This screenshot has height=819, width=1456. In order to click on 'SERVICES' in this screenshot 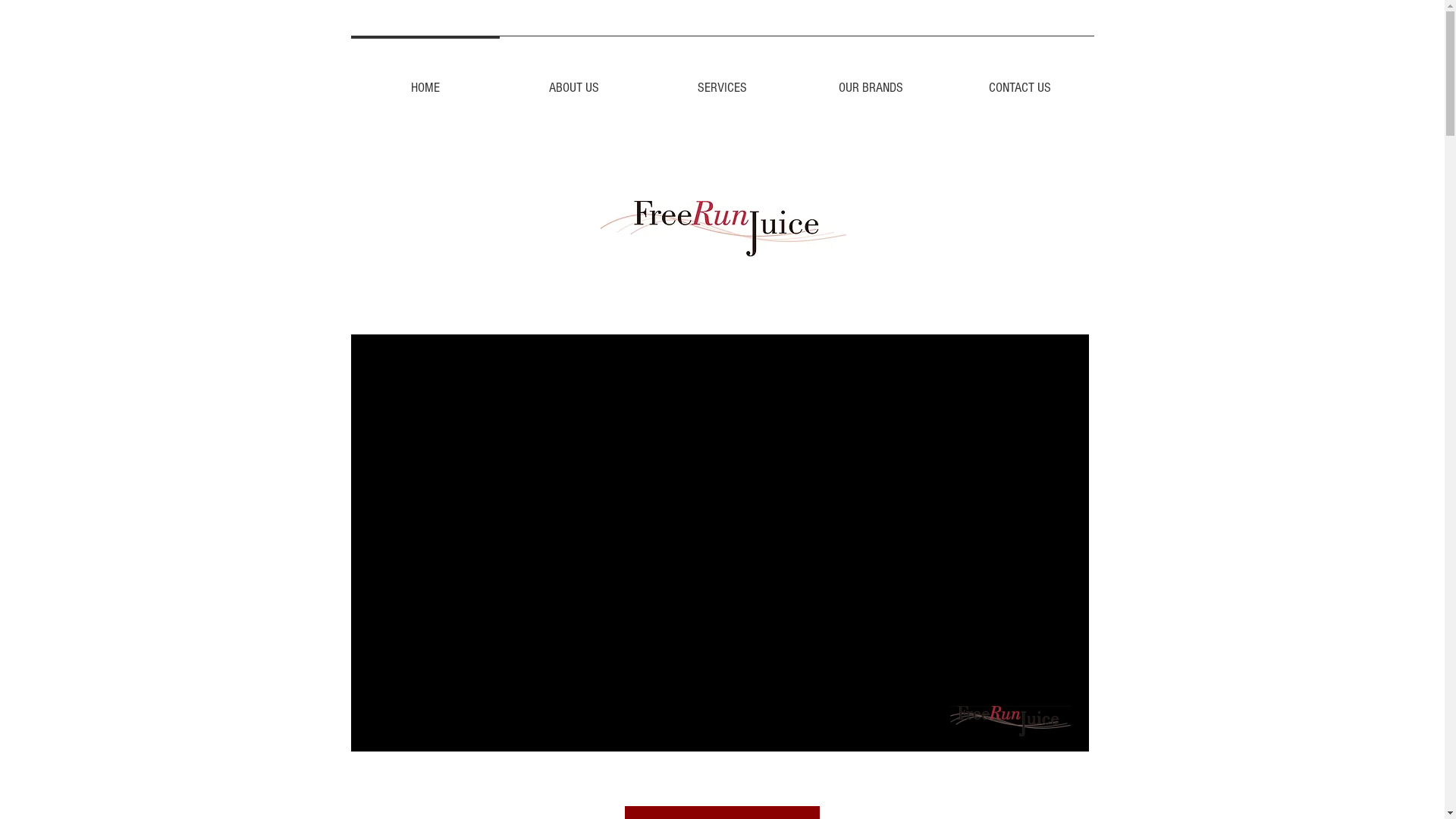, I will do `click(720, 81)`.